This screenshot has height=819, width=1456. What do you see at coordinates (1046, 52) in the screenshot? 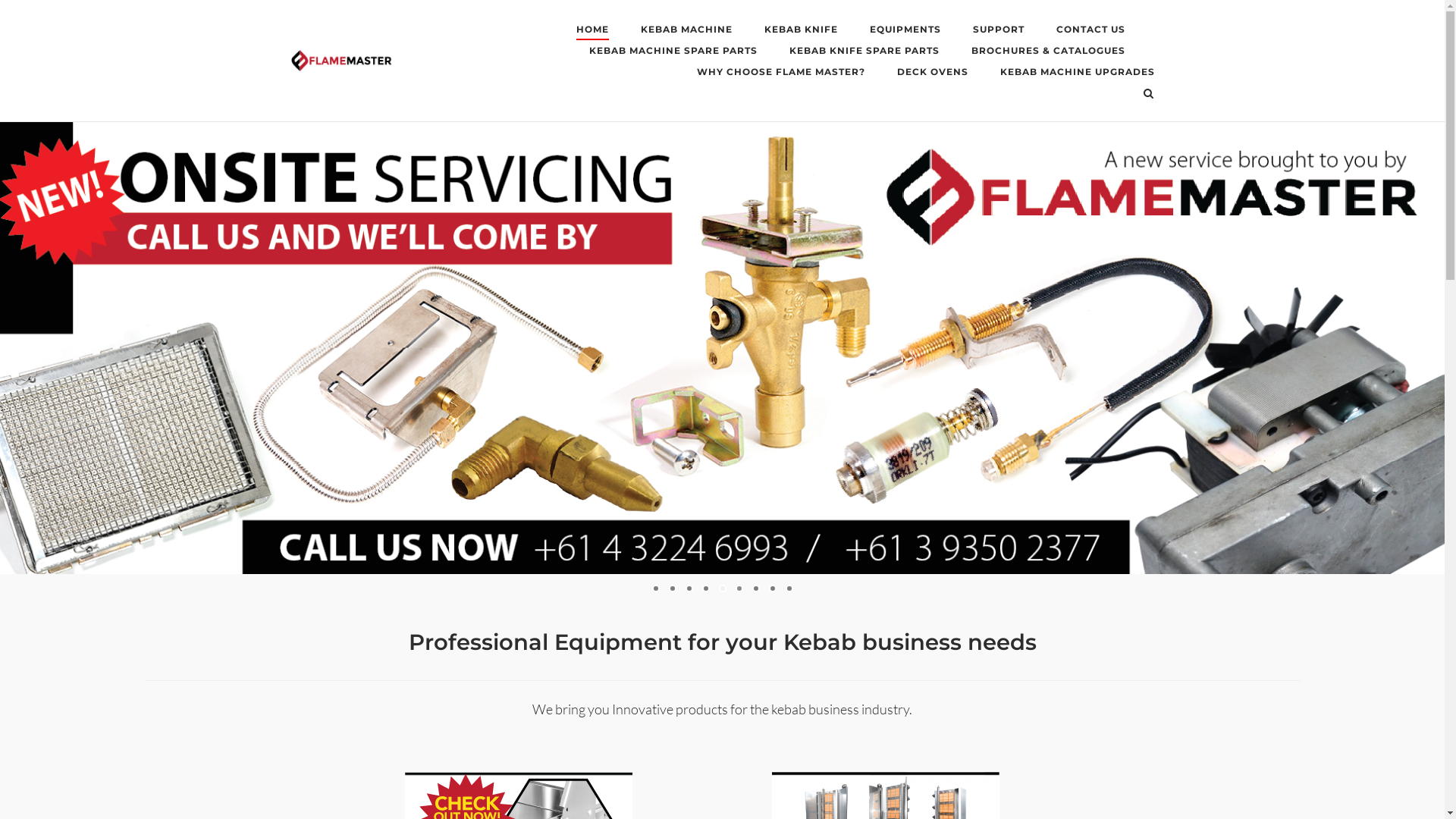
I see `'BROCHURES & CATALOGUES'` at bounding box center [1046, 52].